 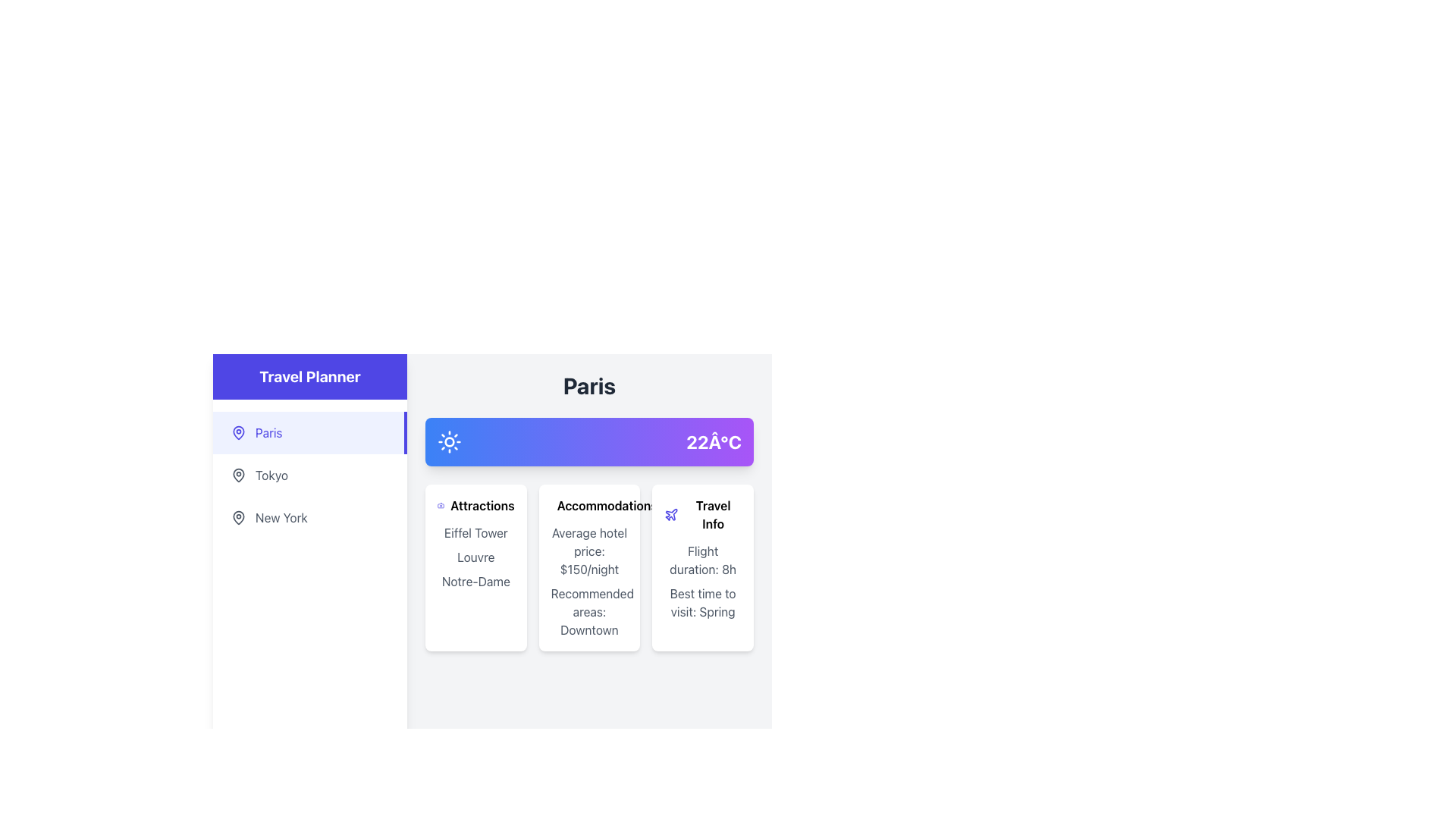 I want to click on the static text label 'Louvre' which is the second item in the list of attractions under the 'Attractions' section, so click(x=475, y=557).